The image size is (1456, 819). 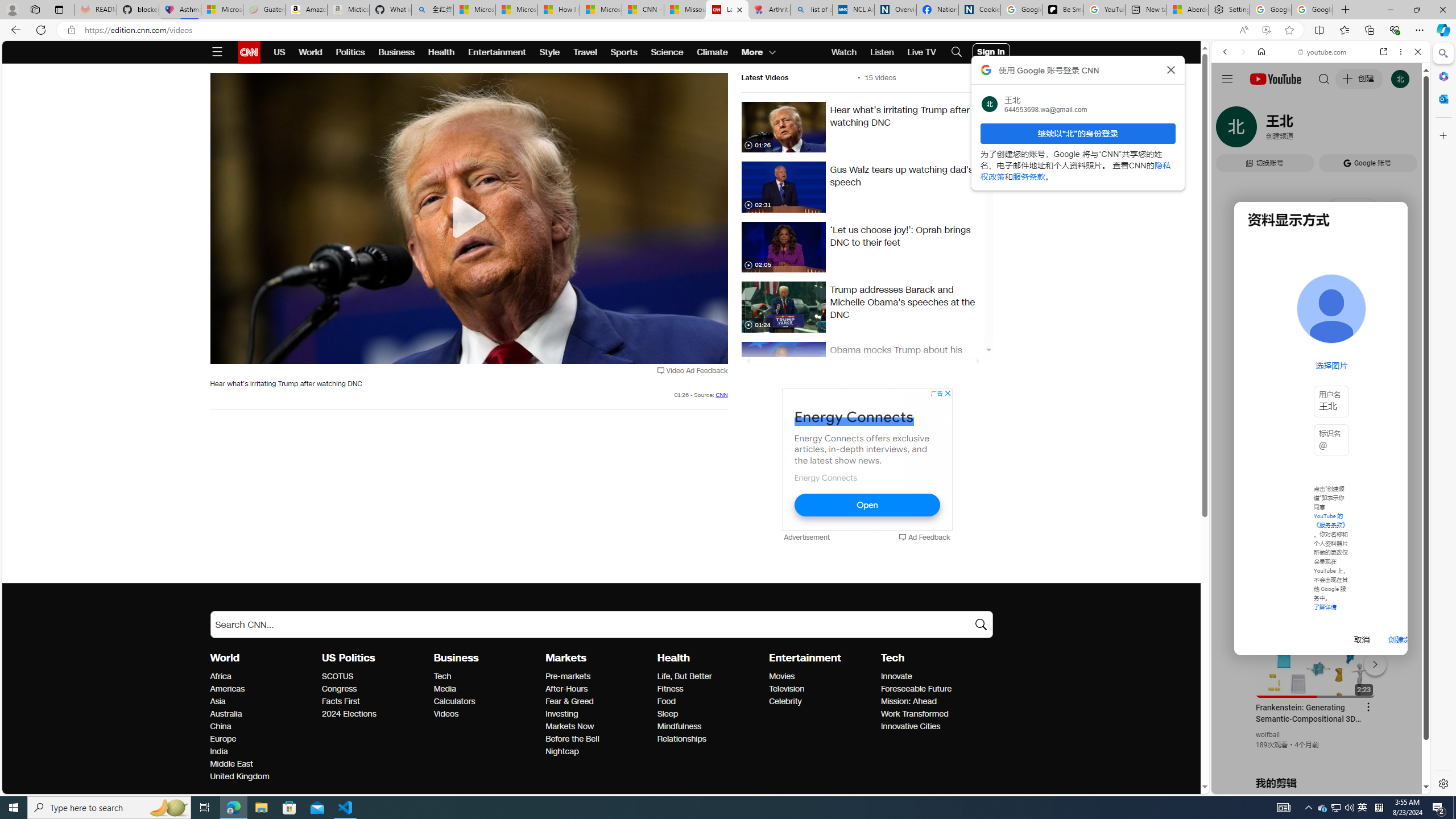 I want to click on 'EntertainmentMoviesTelevisionCelebrity', so click(x=825, y=679).